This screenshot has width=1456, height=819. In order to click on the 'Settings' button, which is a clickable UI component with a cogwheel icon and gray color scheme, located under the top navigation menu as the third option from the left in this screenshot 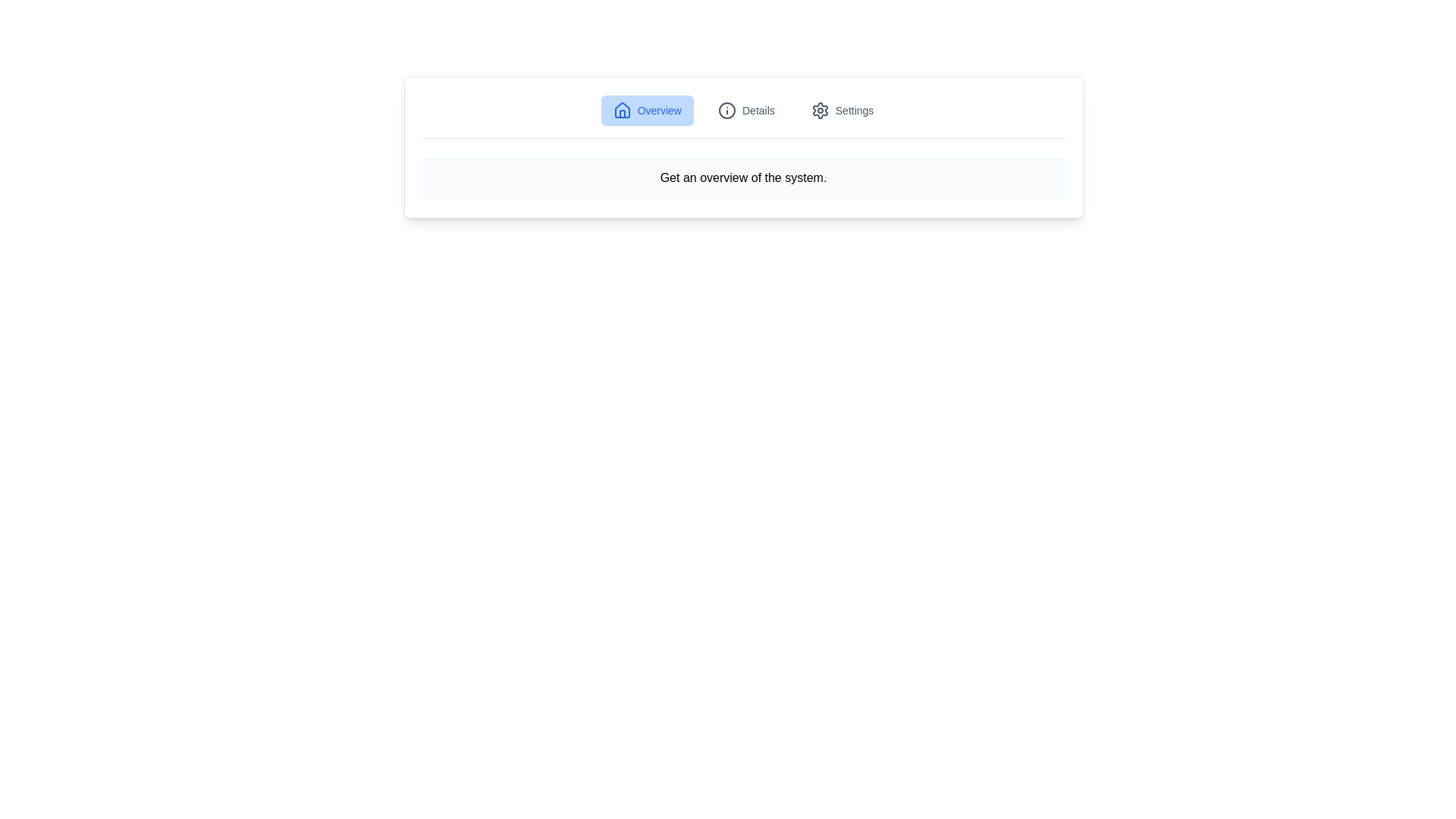, I will do `click(842, 110)`.